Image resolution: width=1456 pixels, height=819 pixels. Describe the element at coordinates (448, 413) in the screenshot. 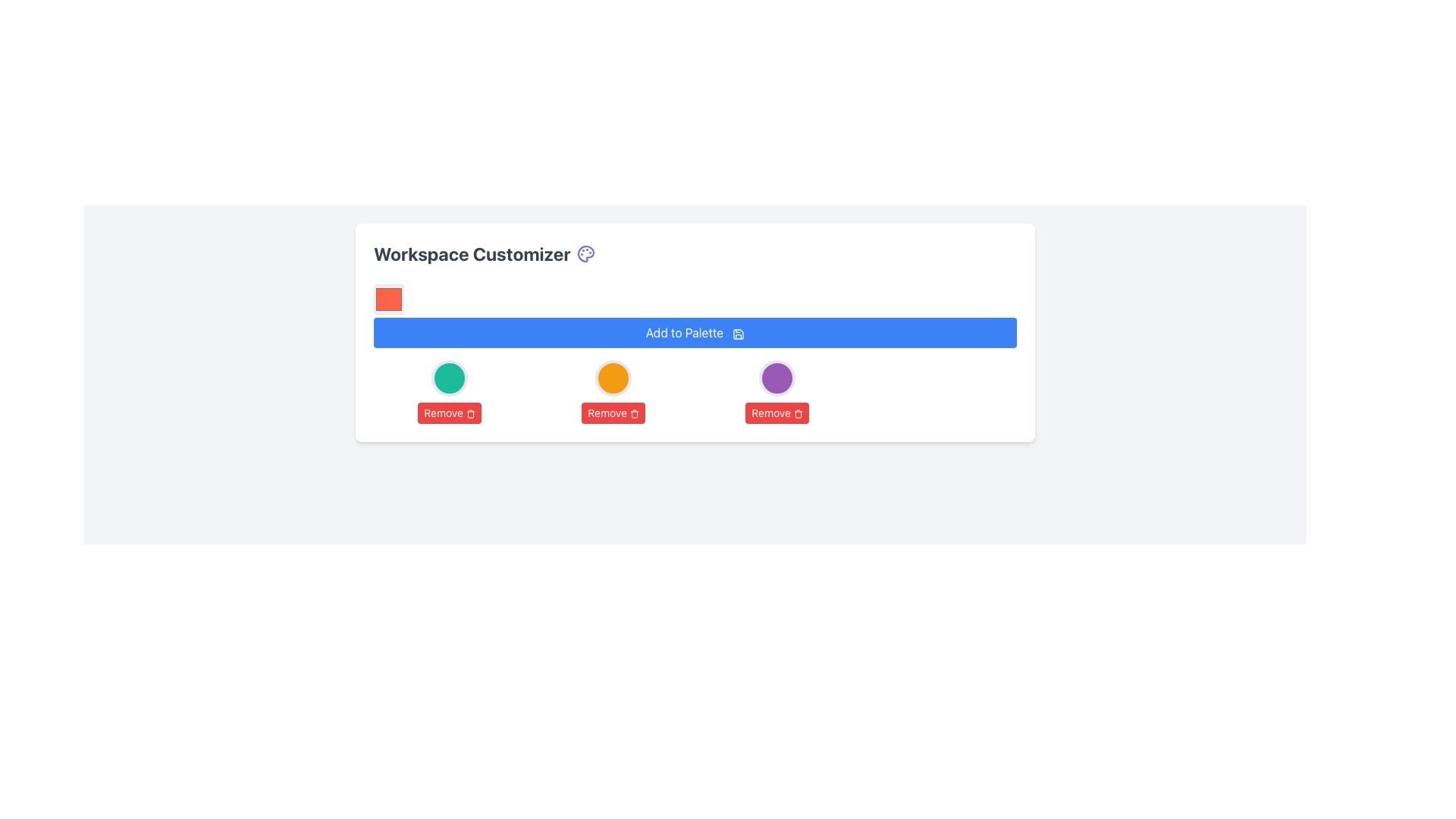

I see `the first 'Remove' button located directly below the teal-colored circle` at that location.